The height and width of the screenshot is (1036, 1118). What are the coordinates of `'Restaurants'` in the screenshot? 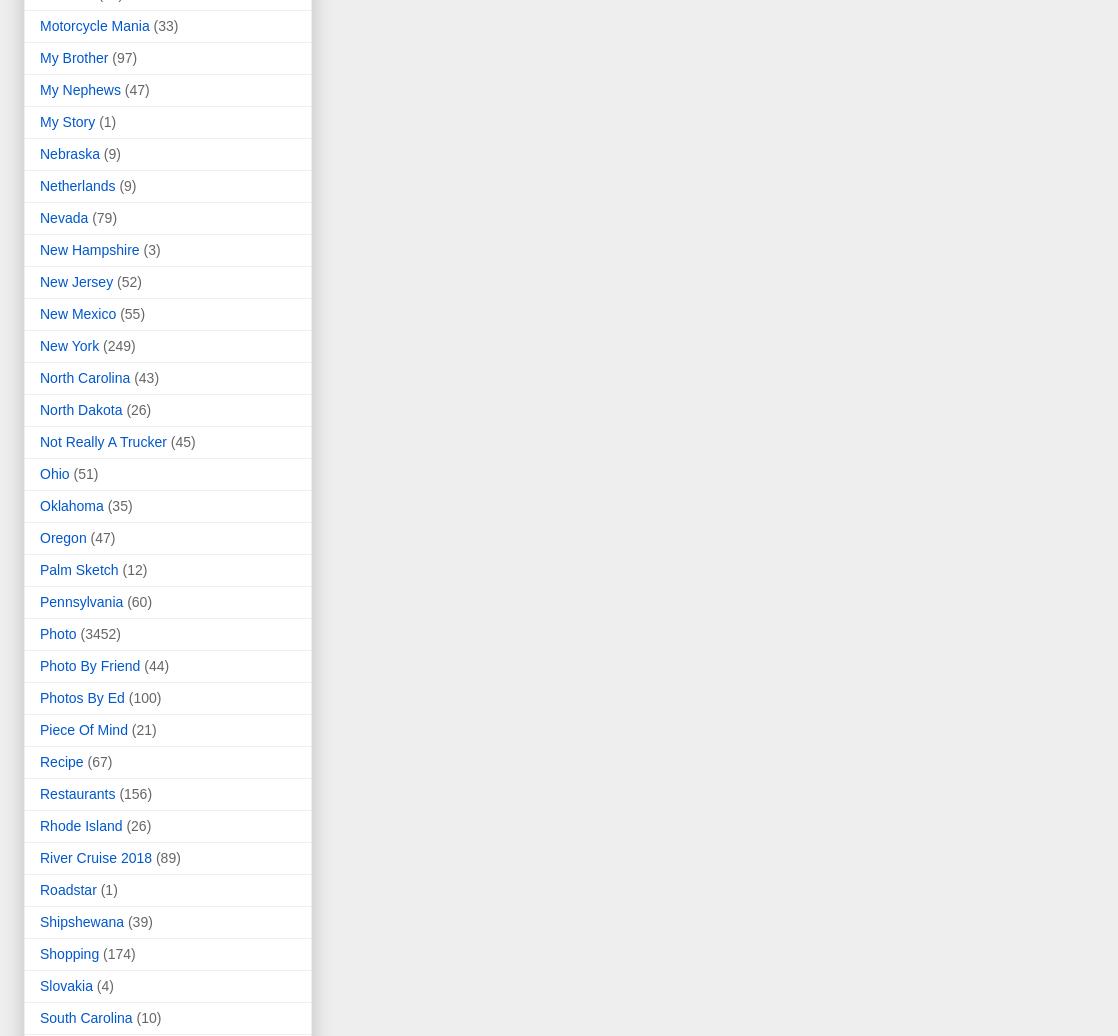 It's located at (77, 793).